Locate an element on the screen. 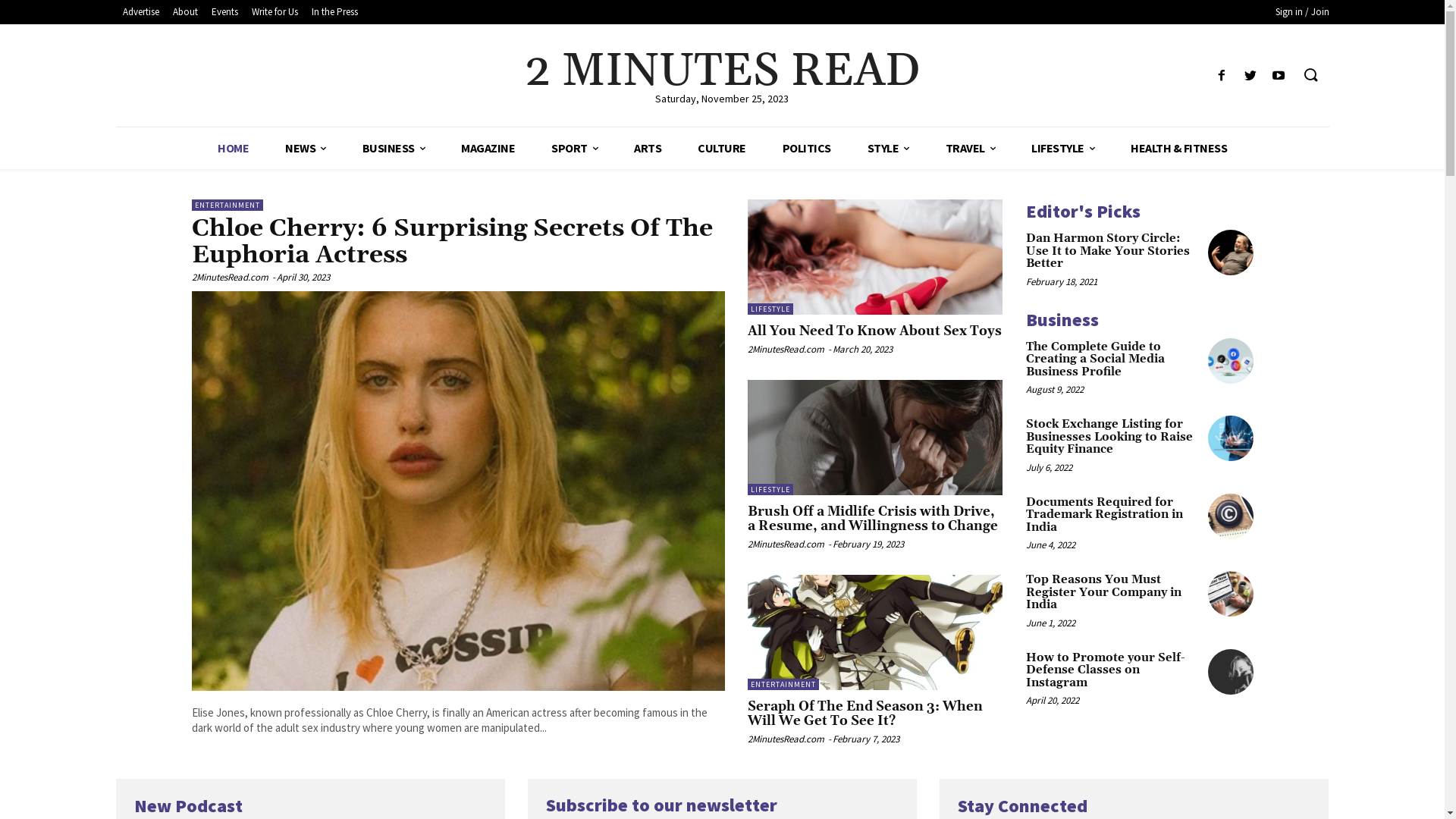 This screenshot has width=1456, height=819. 'Events' is located at coordinates (224, 11).